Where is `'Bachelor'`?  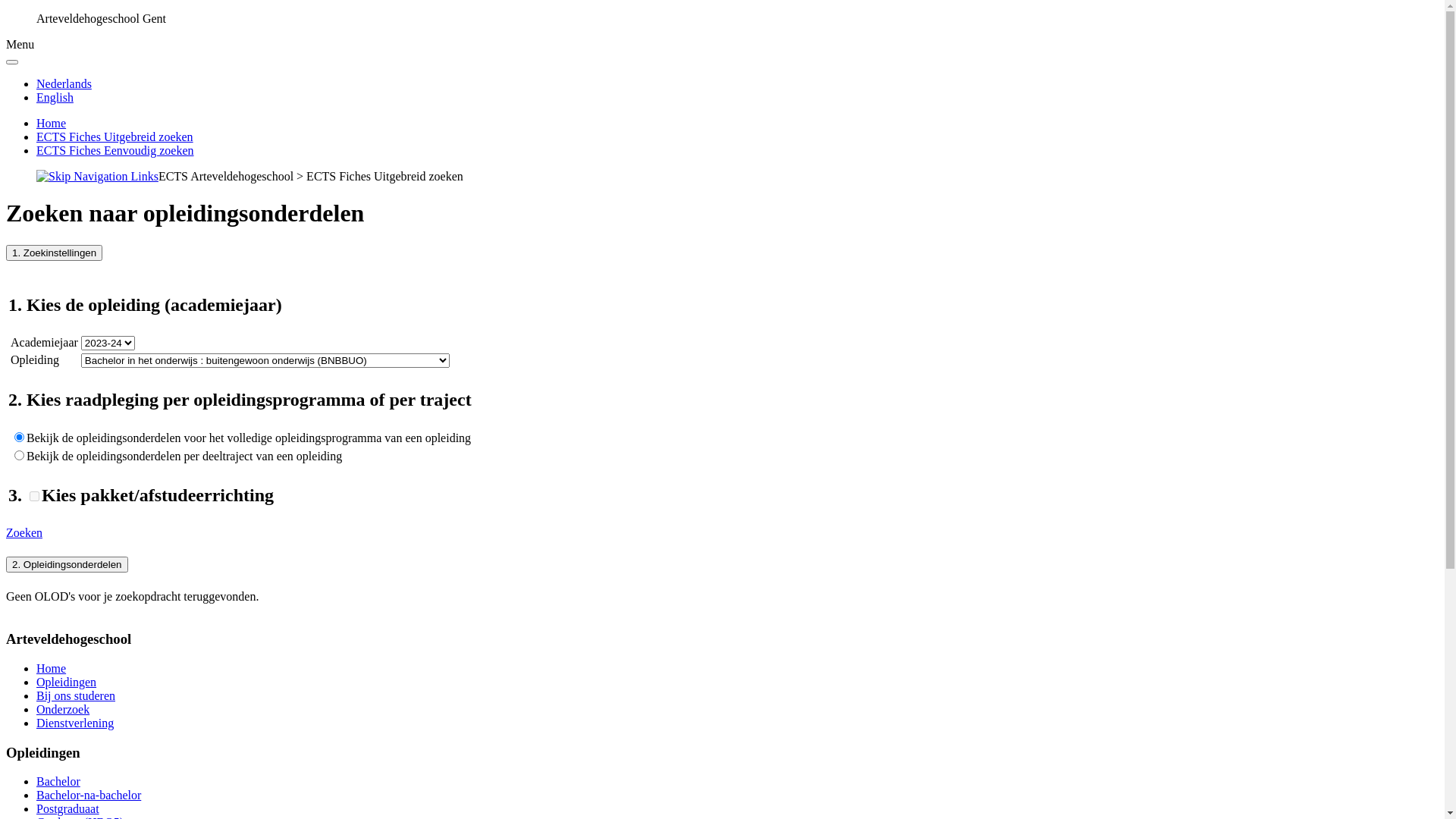 'Bachelor' is located at coordinates (36, 781).